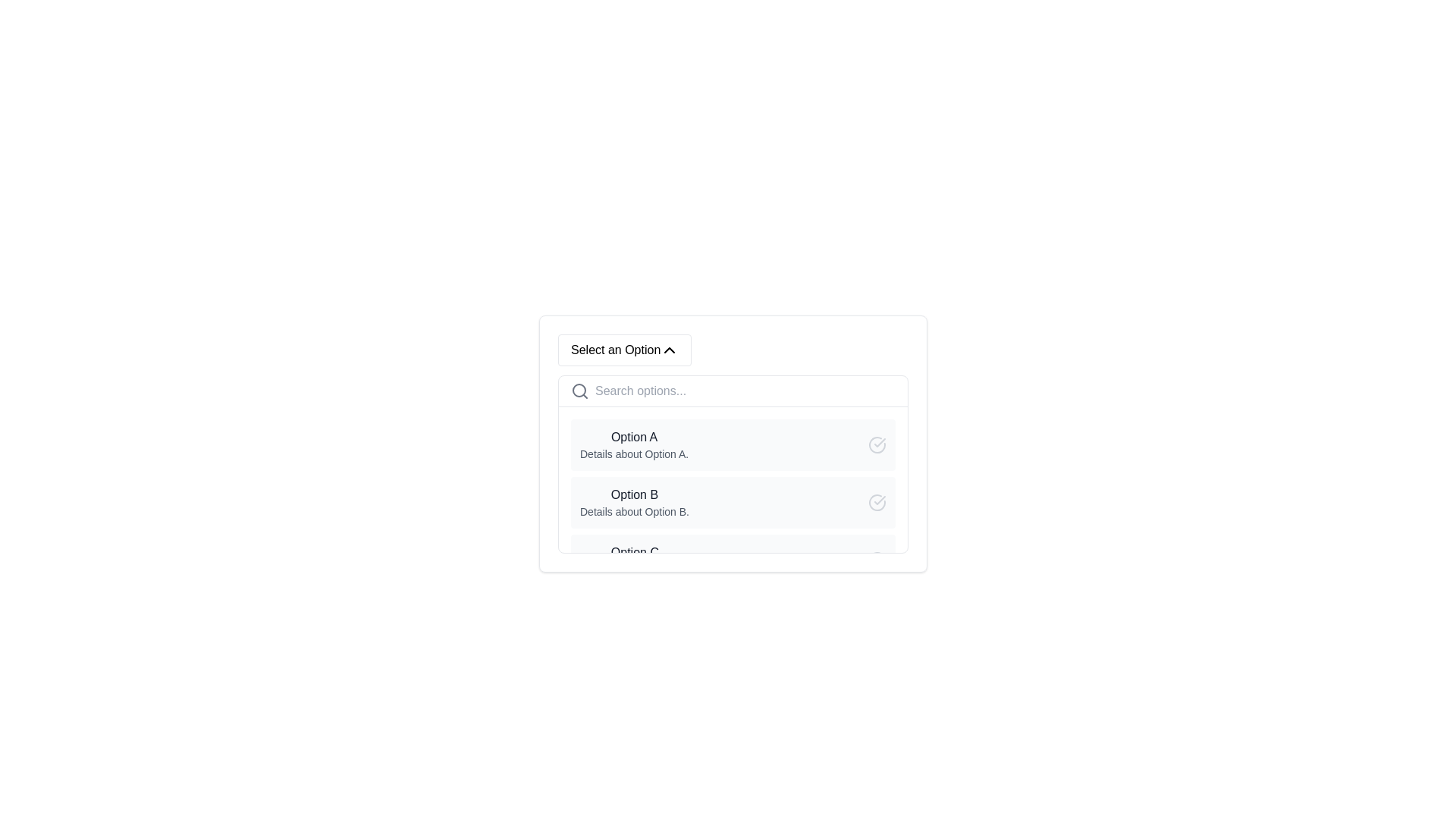 Image resolution: width=1456 pixels, height=819 pixels. What do you see at coordinates (880, 500) in the screenshot?
I see `the checkmark icon in the second option of the dropdown list, which indicates selection or verification` at bounding box center [880, 500].